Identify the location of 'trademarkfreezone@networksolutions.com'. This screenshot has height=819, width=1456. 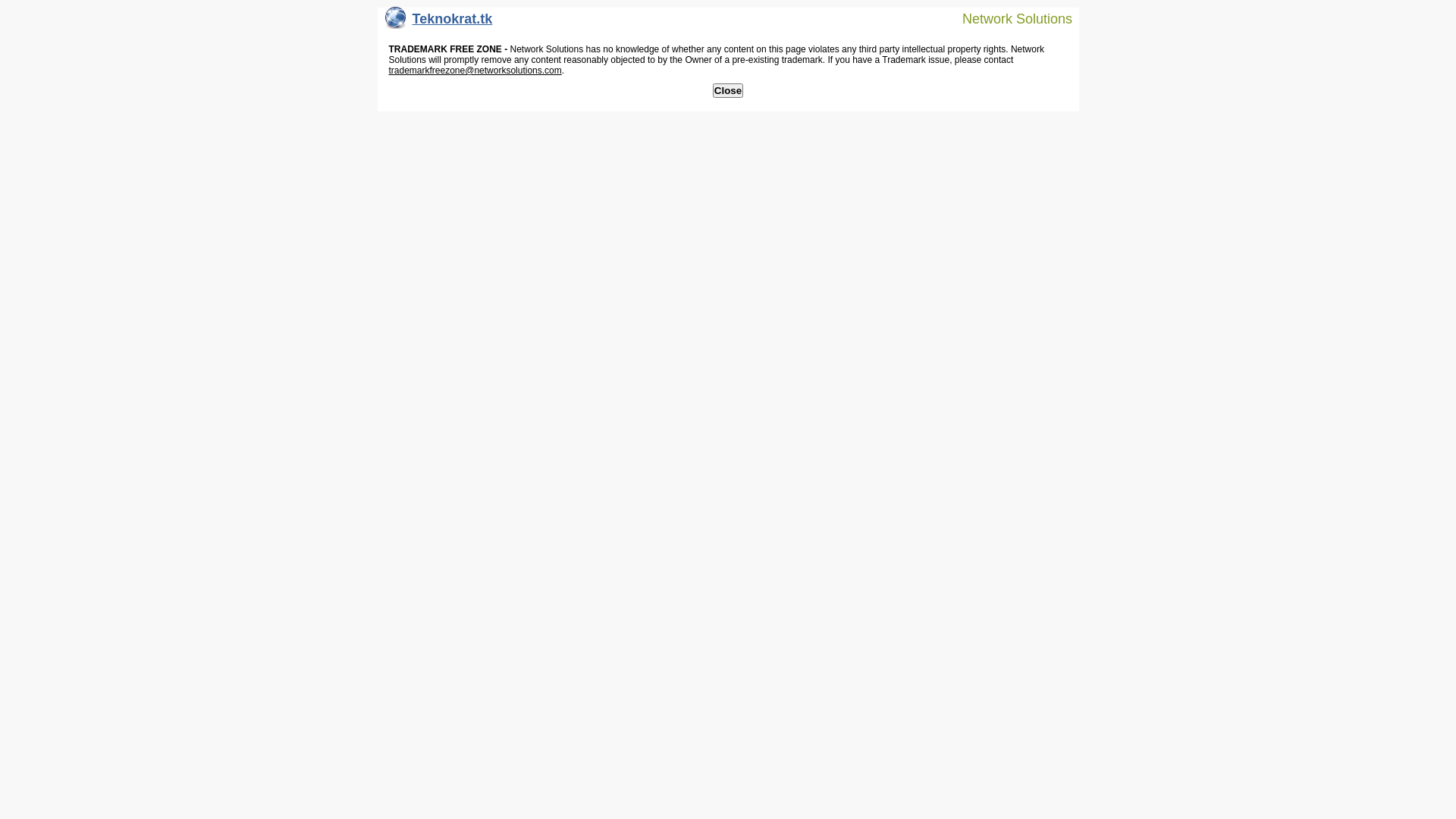
(473, 70).